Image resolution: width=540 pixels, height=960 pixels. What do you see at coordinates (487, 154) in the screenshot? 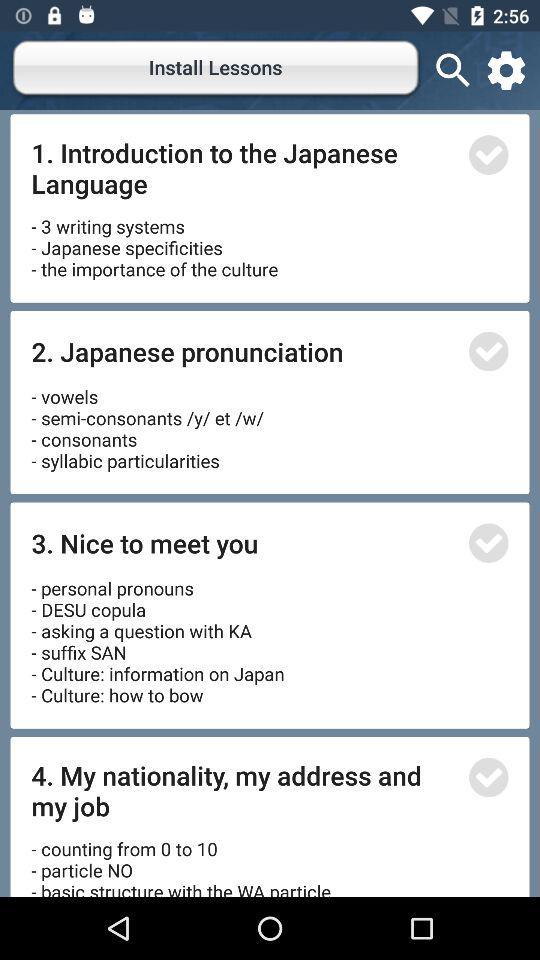
I see `install` at bounding box center [487, 154].